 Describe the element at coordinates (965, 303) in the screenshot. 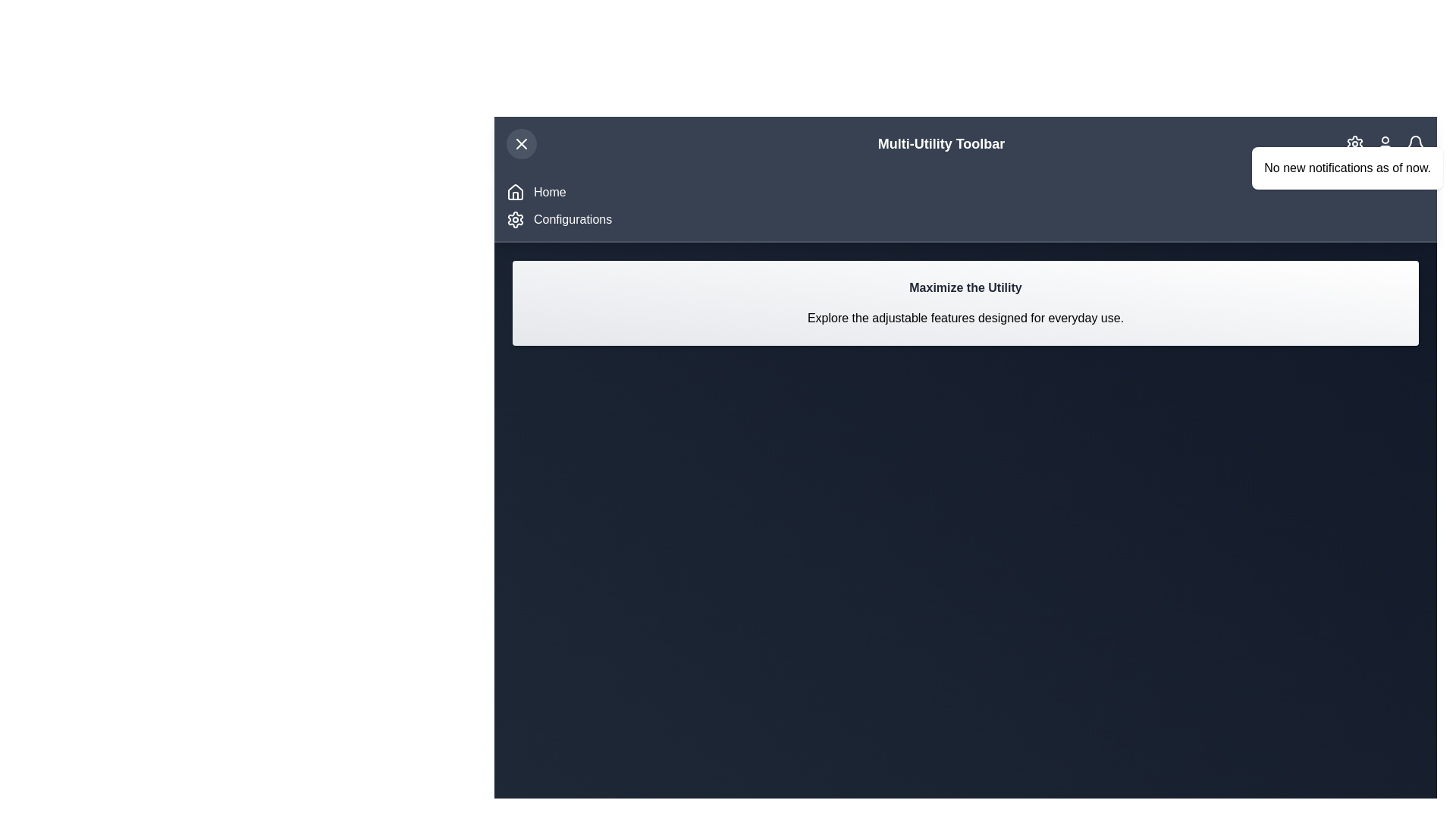

I see `the main content area to interact with the text` at that location.